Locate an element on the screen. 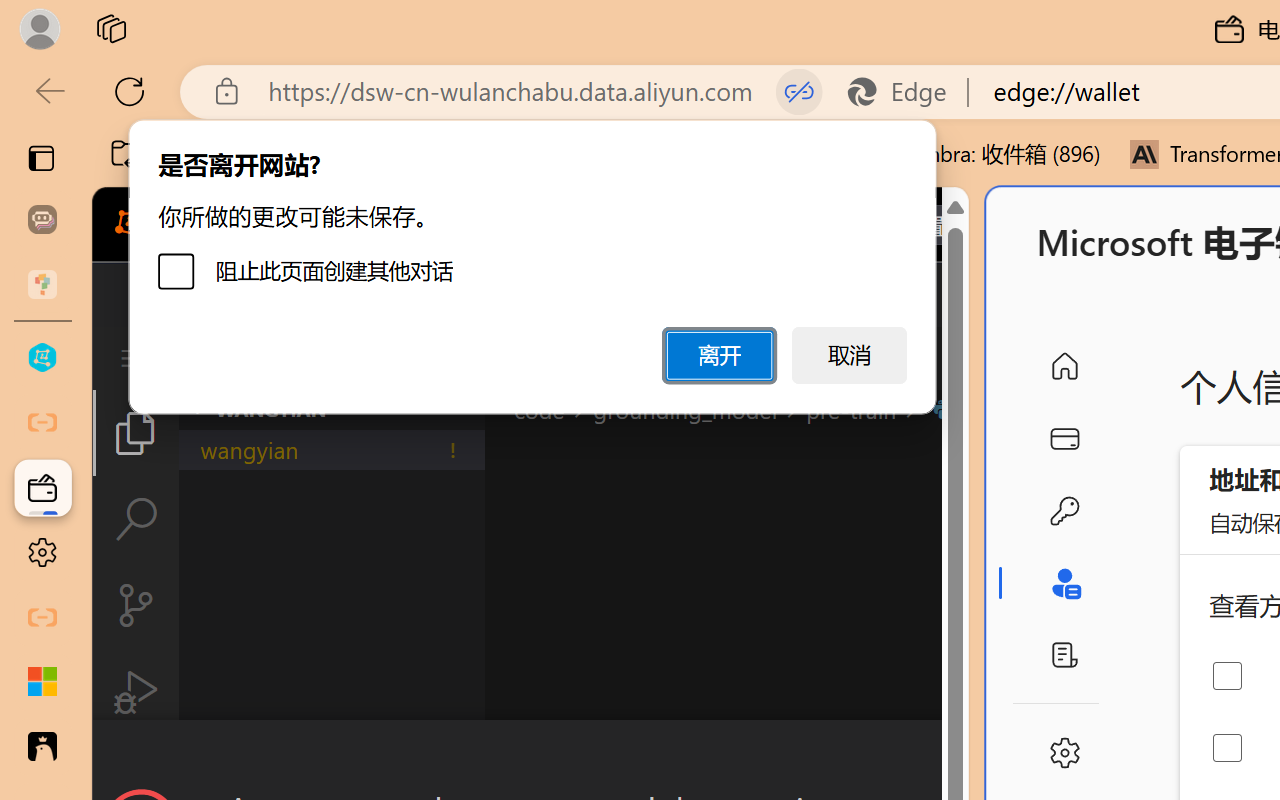  'Run and Debug (Ctrl+Shift+D)' is located at coordinates (134, 692).